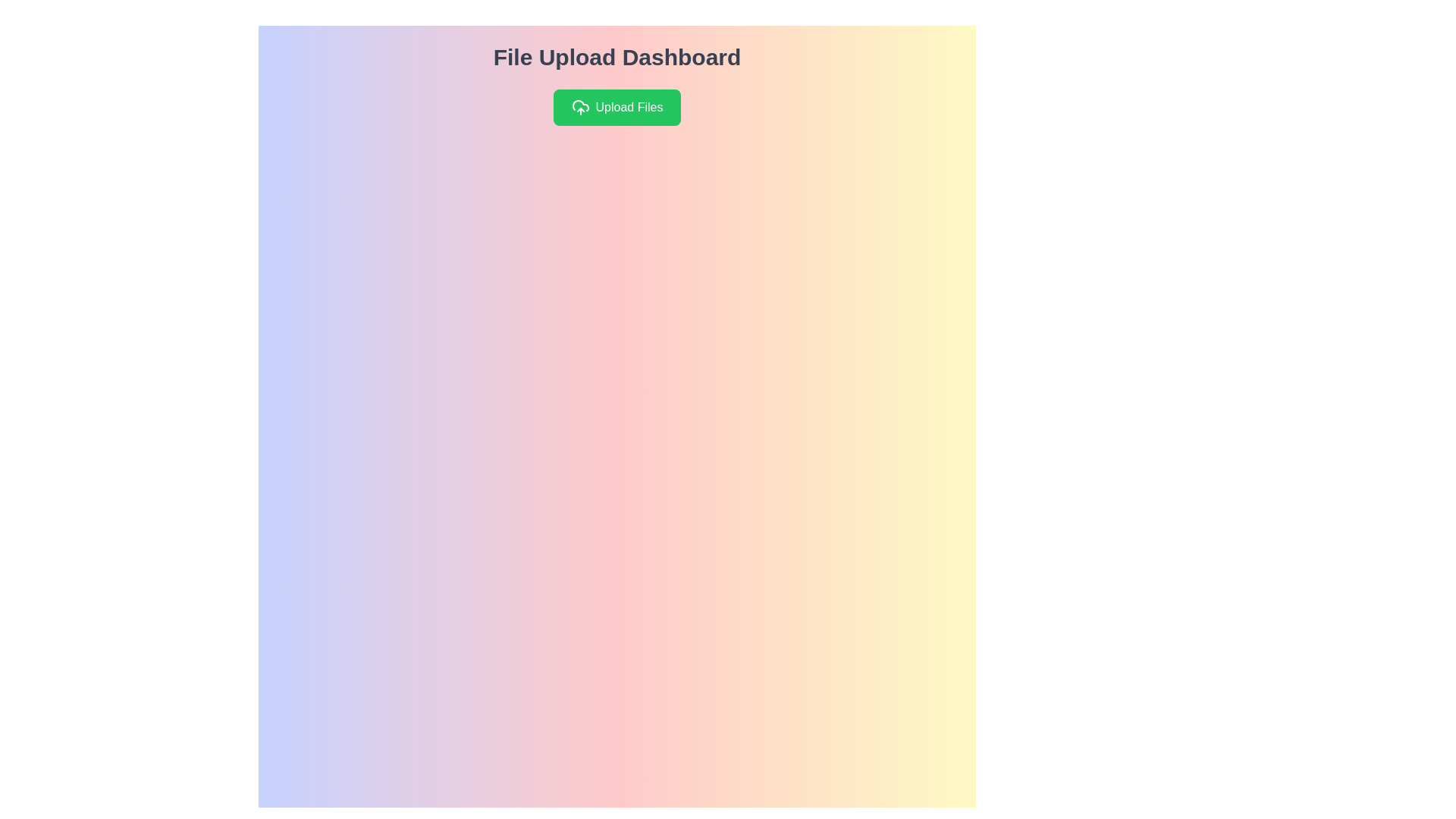 The width and height of the screenshot is (1456, 819). What do you see at coordinates (617, 107) in the screenshot?
I see `the green button labeled 'Upload Files'` at bounding box center [617, 107].